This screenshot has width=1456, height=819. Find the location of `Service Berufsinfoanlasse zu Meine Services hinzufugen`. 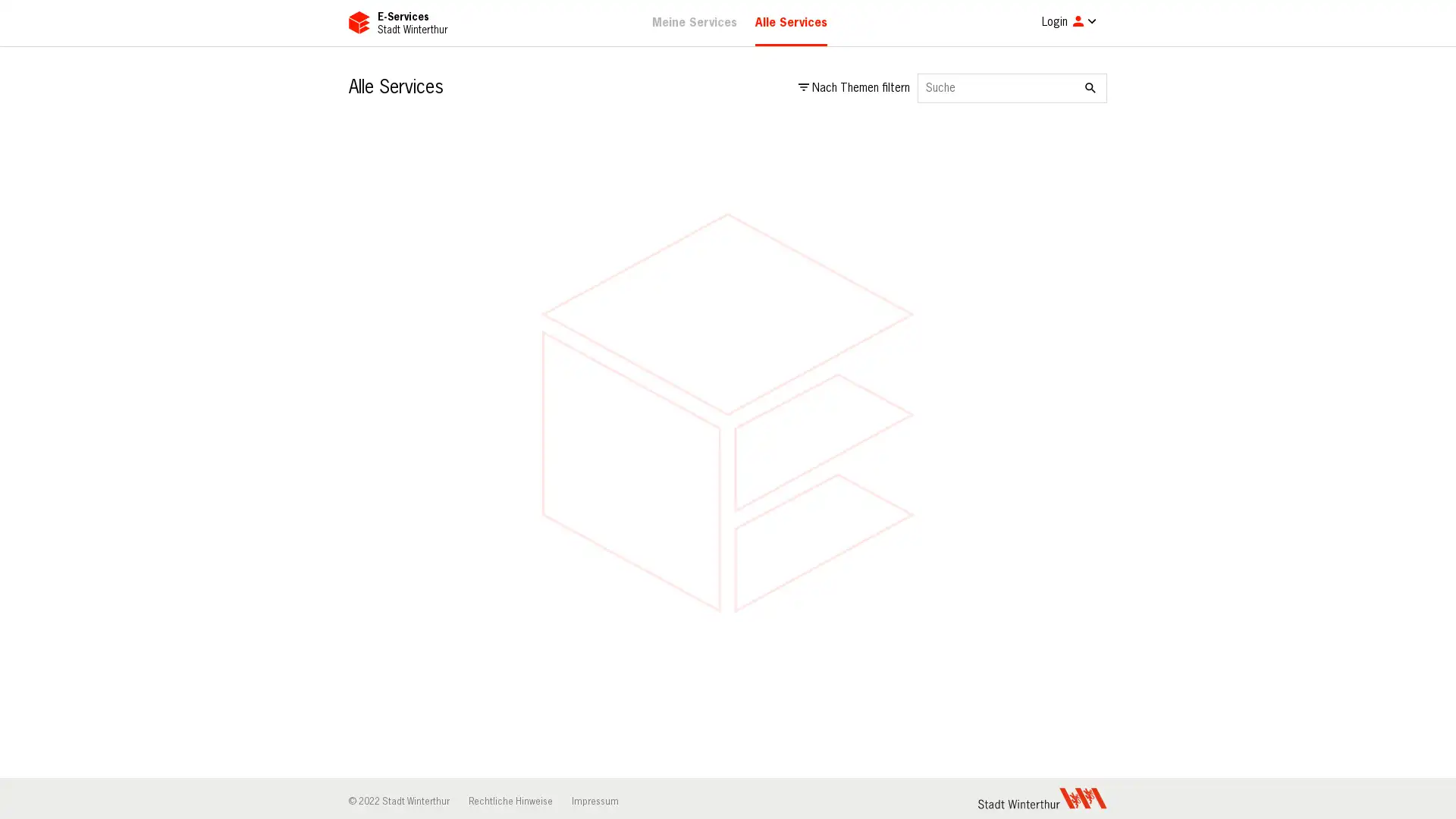

Service Berufsinfoanlasse zu Meine Services hinzufugen is located at coordinates (1084, 636).